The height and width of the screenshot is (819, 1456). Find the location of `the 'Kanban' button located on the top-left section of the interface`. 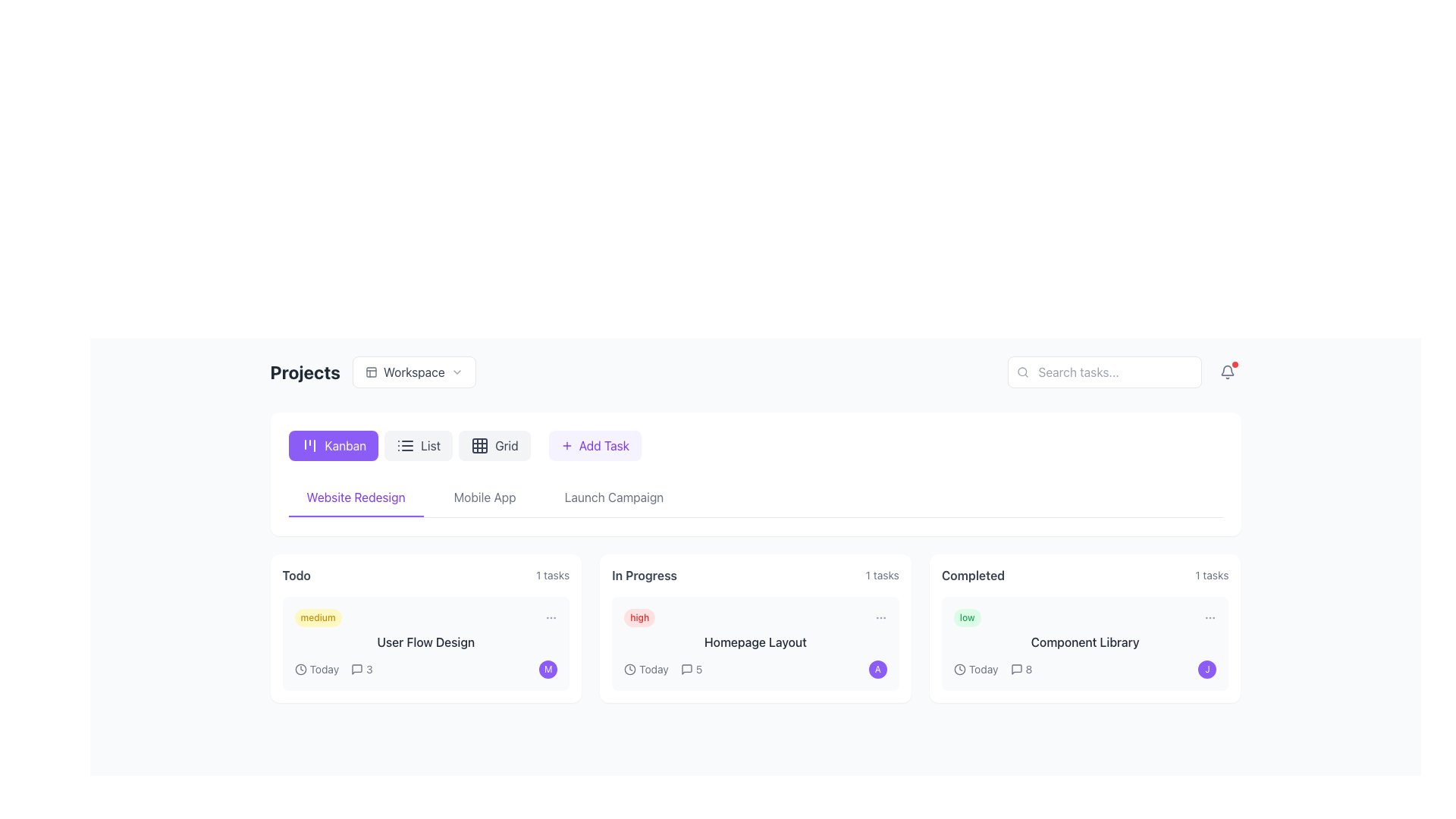

the 'Kanban' button located on the top-left section of the interface is located at coordinates (344, 444).